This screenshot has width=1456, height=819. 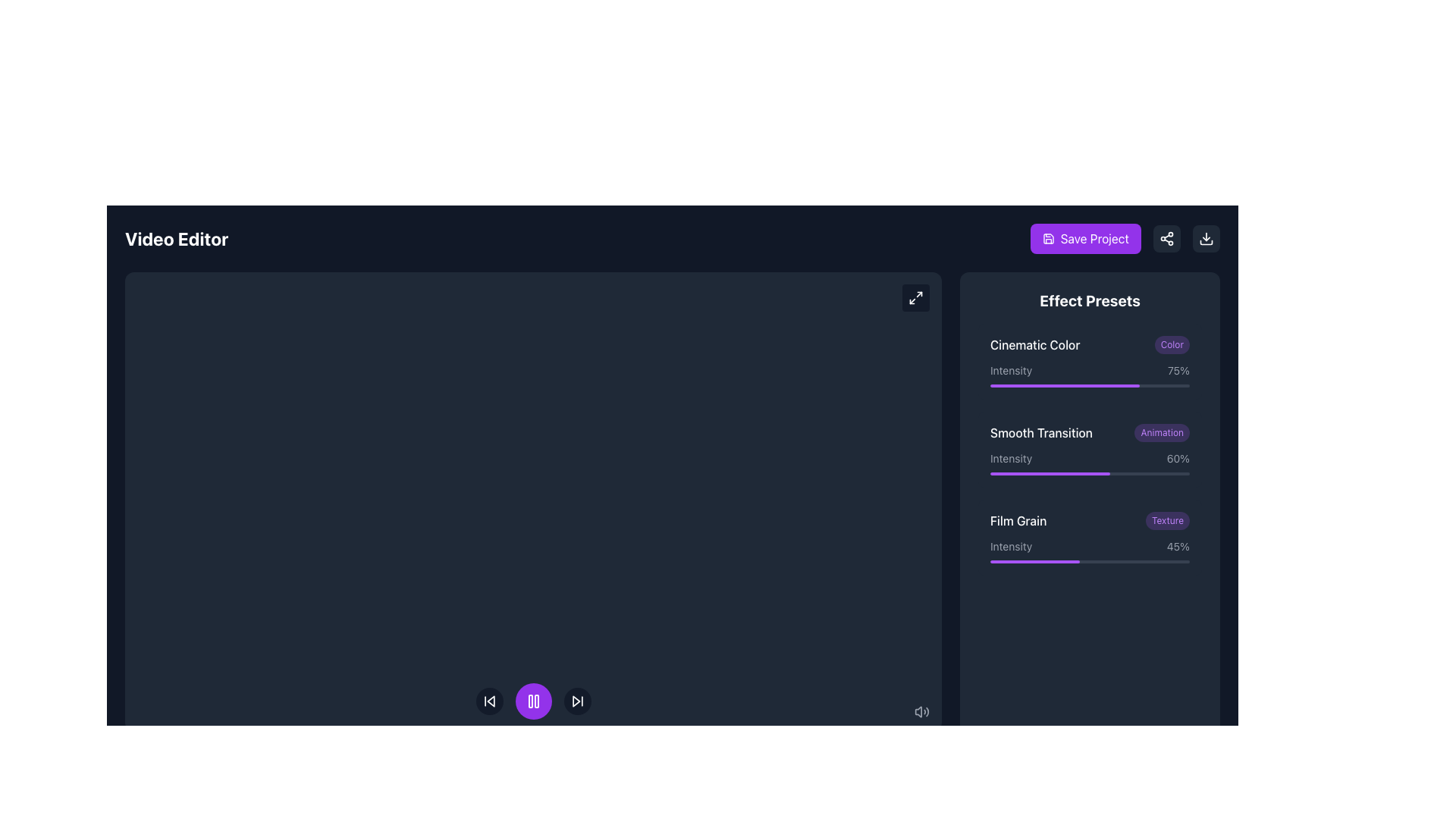 What do you see at coordinates (1047, 239) in the screenshot?
I see `the save icon, which is a graphical representation of a floppy disk located in the top right corner of the interface, to the left of the share icon and next to the 'Save Project' button` at bounding box center [1047, 239].